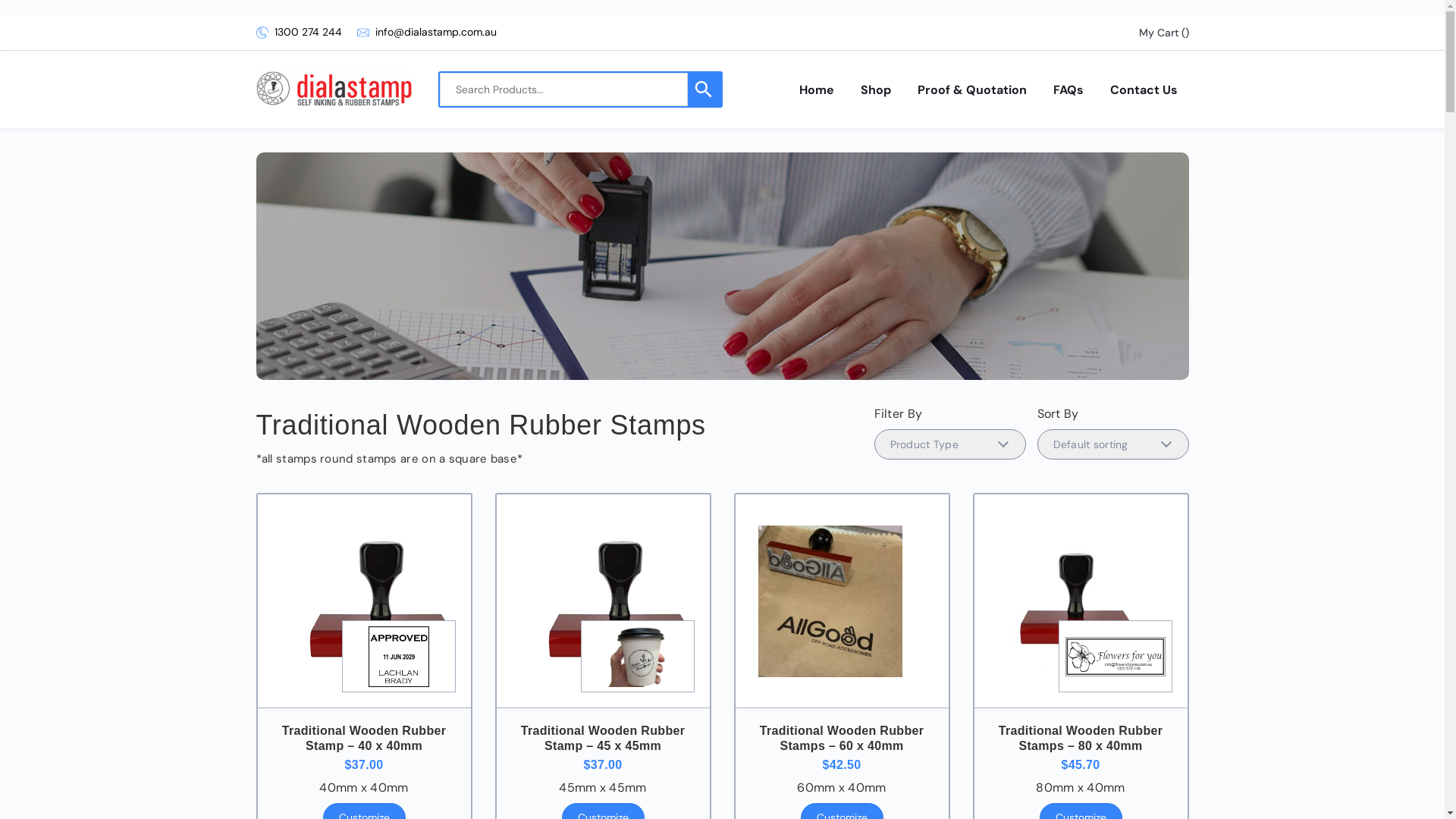 This screenshot has height=819, width=1456. Describe the element at coordinates (362, 32) in the screenshot. I see `'info@dialastamp.com.au'` at that location.